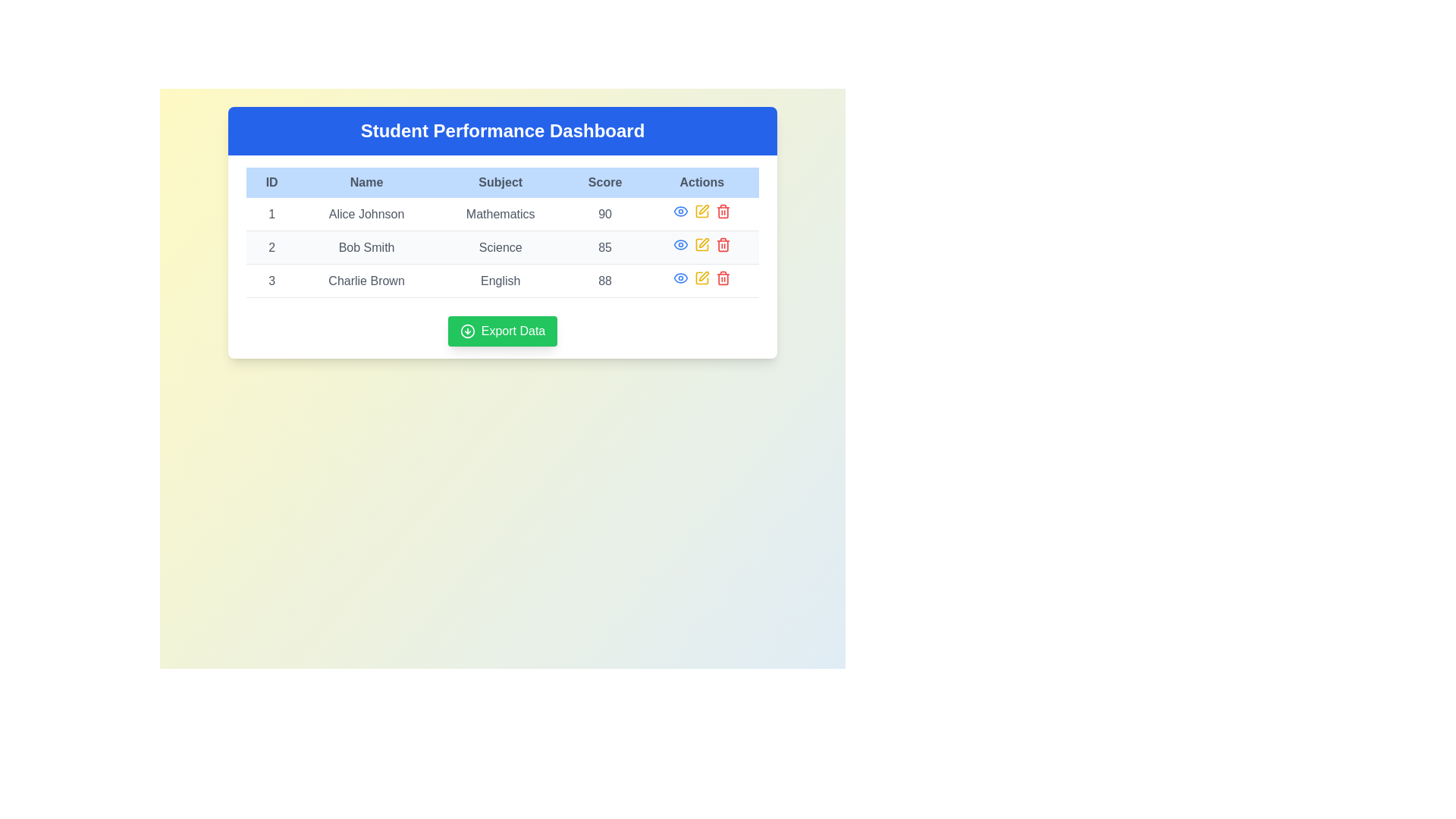 This screenshot has height=819, width=1456. Describe the element at coordinates (502, 330) in the screenshot. I see `the 'Export Data' button, which has a green background, rounded corners, and features a white bold font with a downward arrow icon, located at the bottom of the student performance dashboard table` at that location.